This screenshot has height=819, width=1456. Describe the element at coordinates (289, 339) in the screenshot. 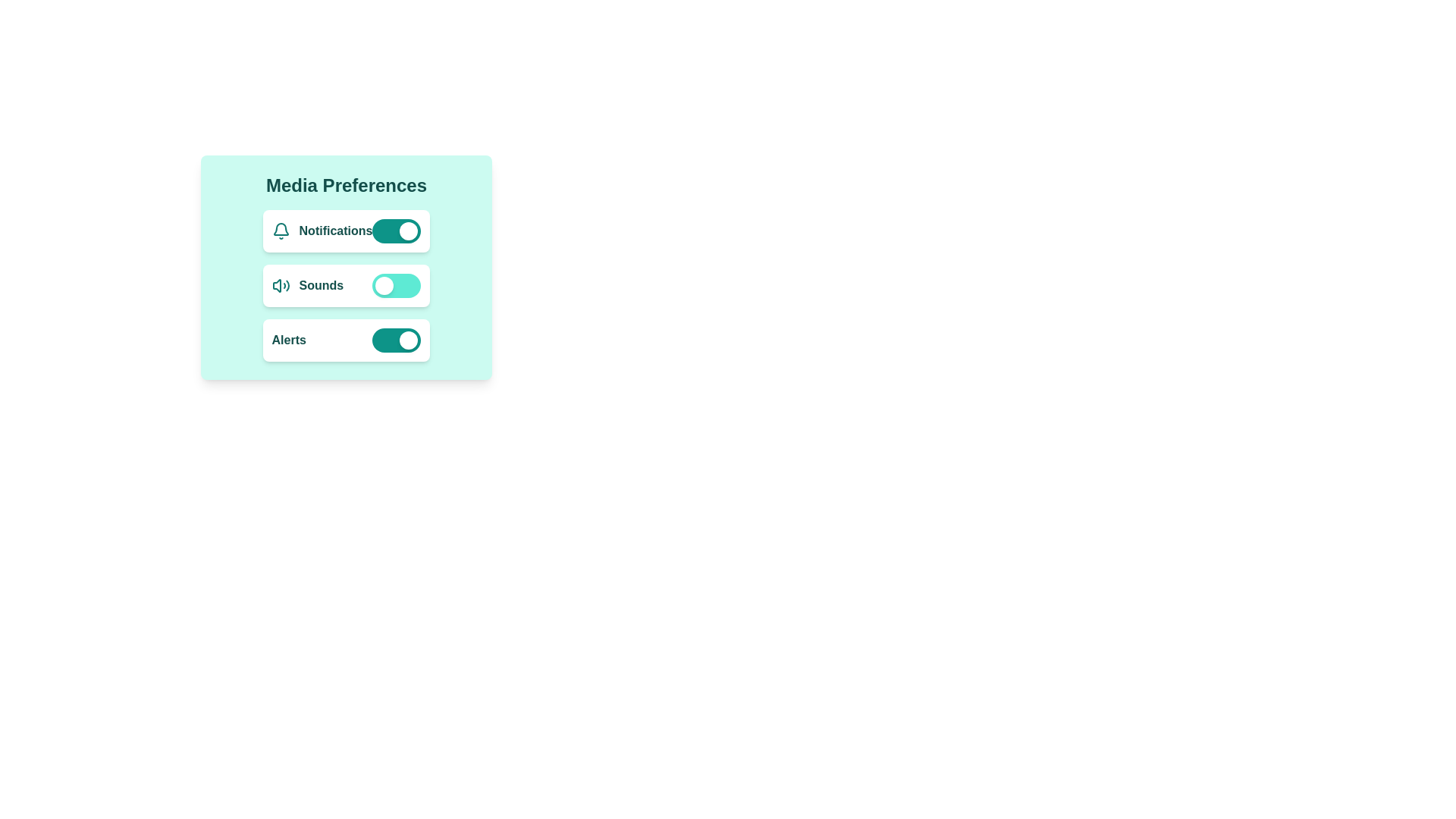

I see `the 'Alerts' text label, which is styled in bold teal font and indicates the toggle for 'Alerts' notifications within the Media Preferences section` at that location.